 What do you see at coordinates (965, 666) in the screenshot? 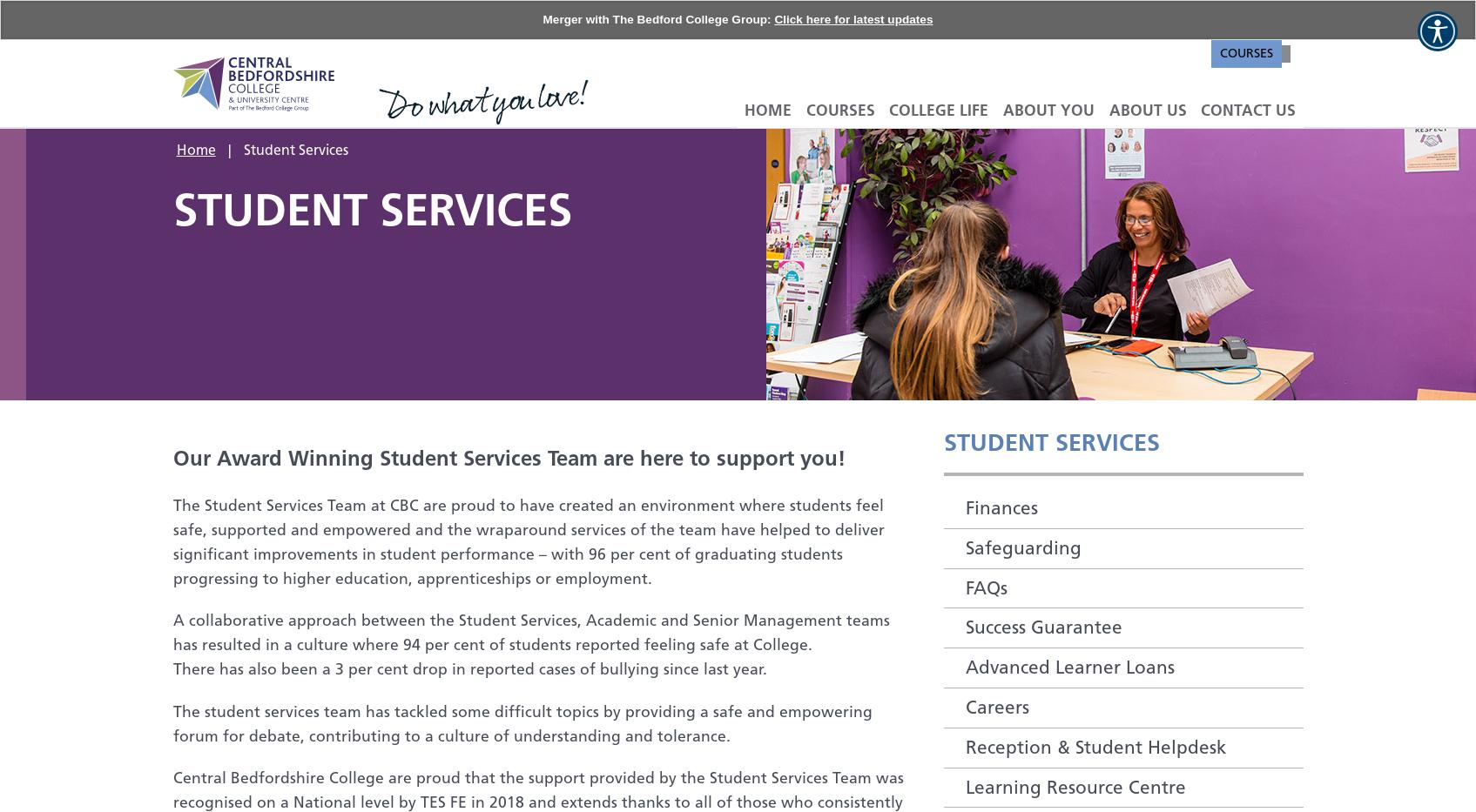
I see `'Advanced Learner Loans'` at bounding box center [965, 666].